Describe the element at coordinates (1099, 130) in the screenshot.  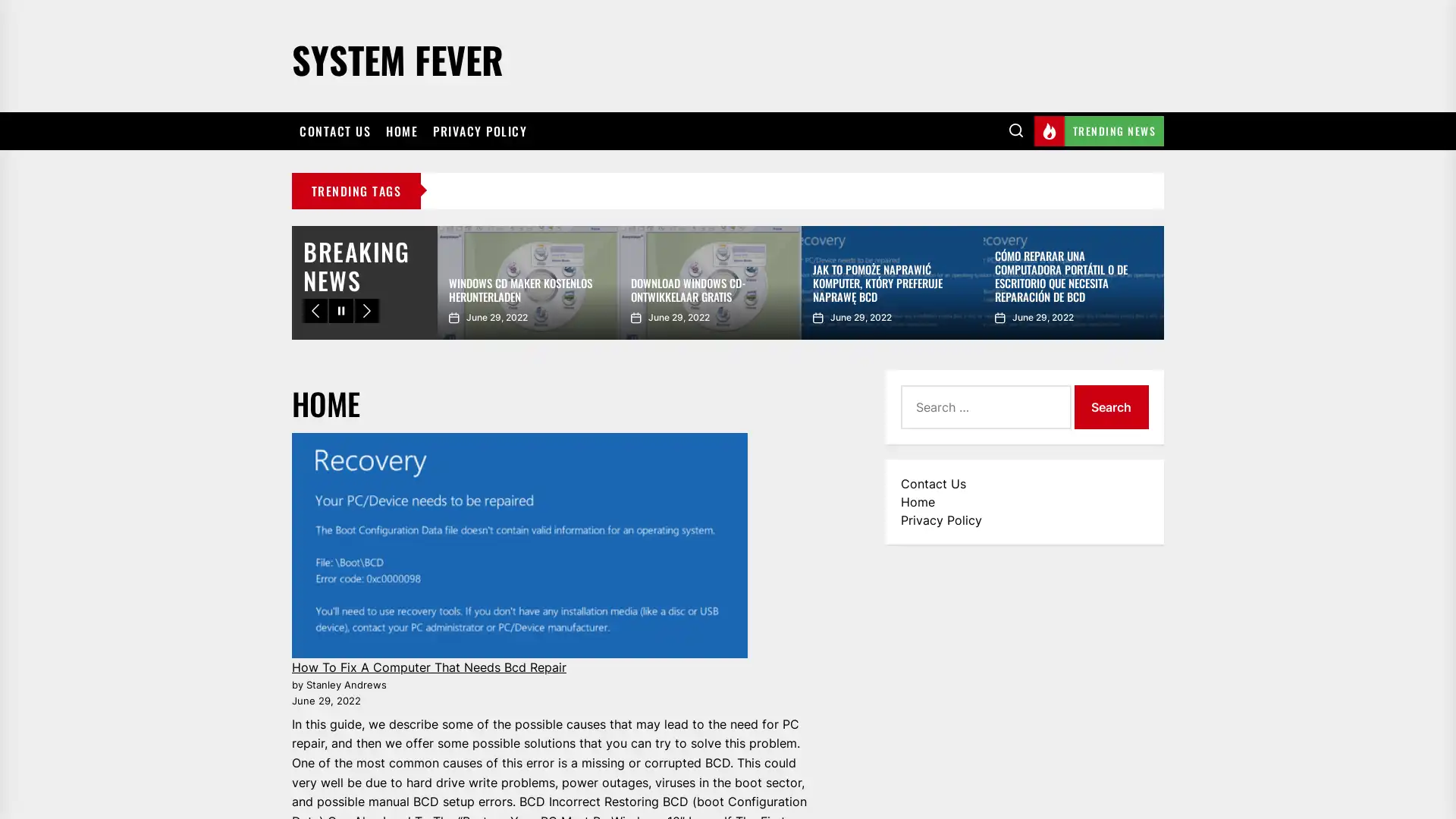
I see `TRENDING NEWS` at that location.